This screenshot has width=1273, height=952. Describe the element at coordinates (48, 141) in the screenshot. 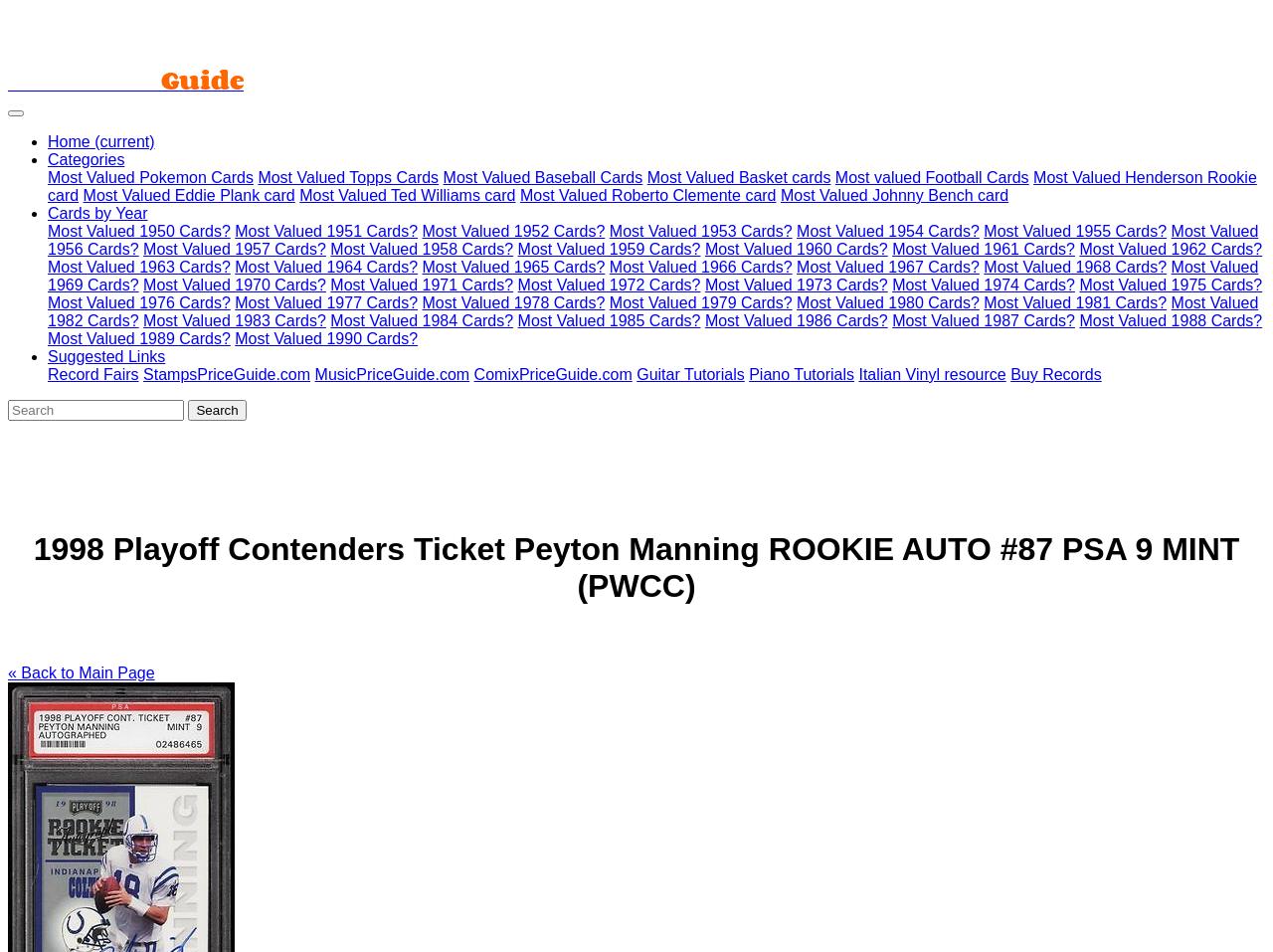

I see `'Home'` at that location.